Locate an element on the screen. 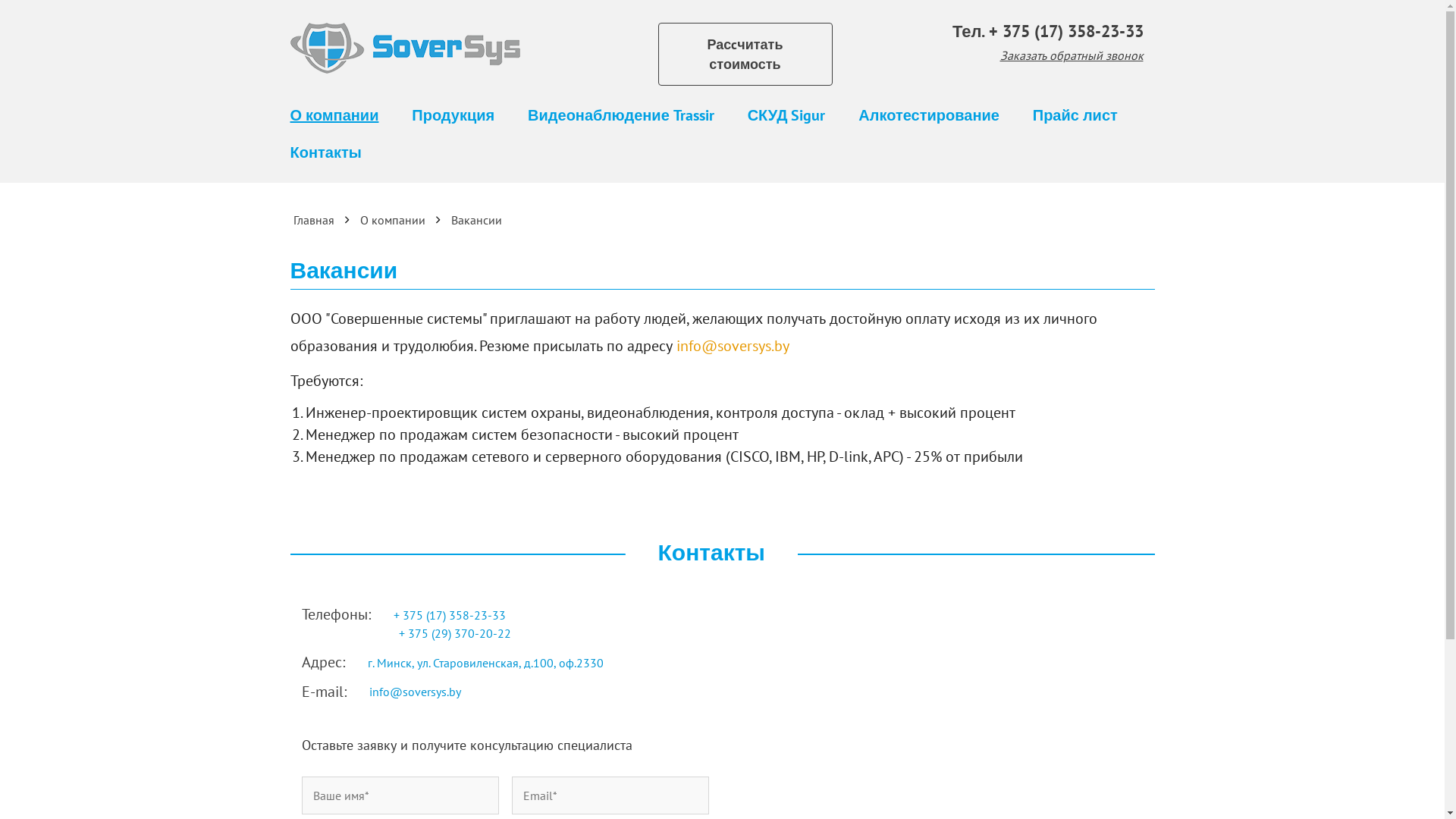  '+ 375 (17) 358-23-33' is located at coordinates (450, 614).